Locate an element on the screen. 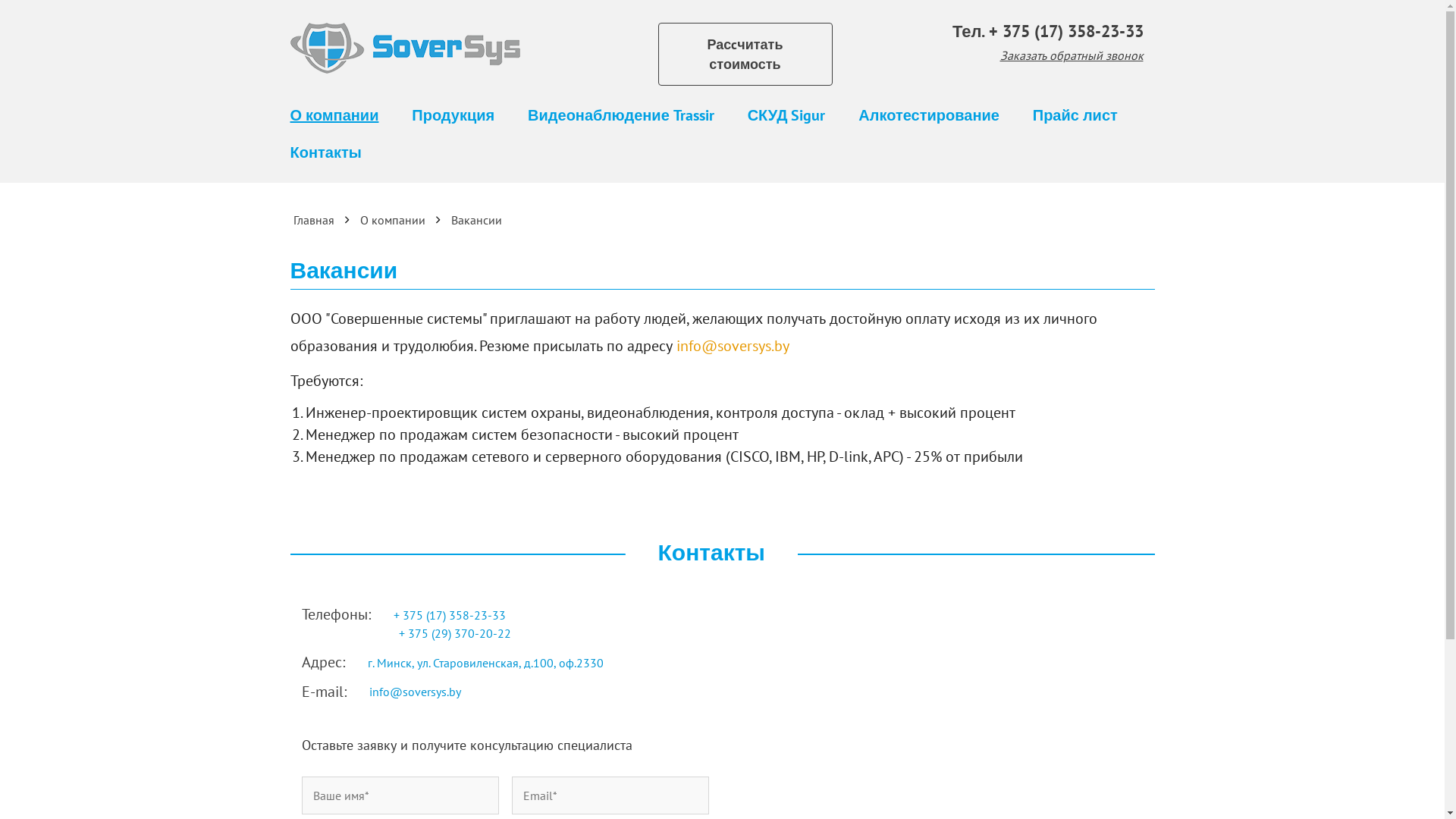  '+ 375 (17) 358-23-33' is located at coordinates (450, 614).